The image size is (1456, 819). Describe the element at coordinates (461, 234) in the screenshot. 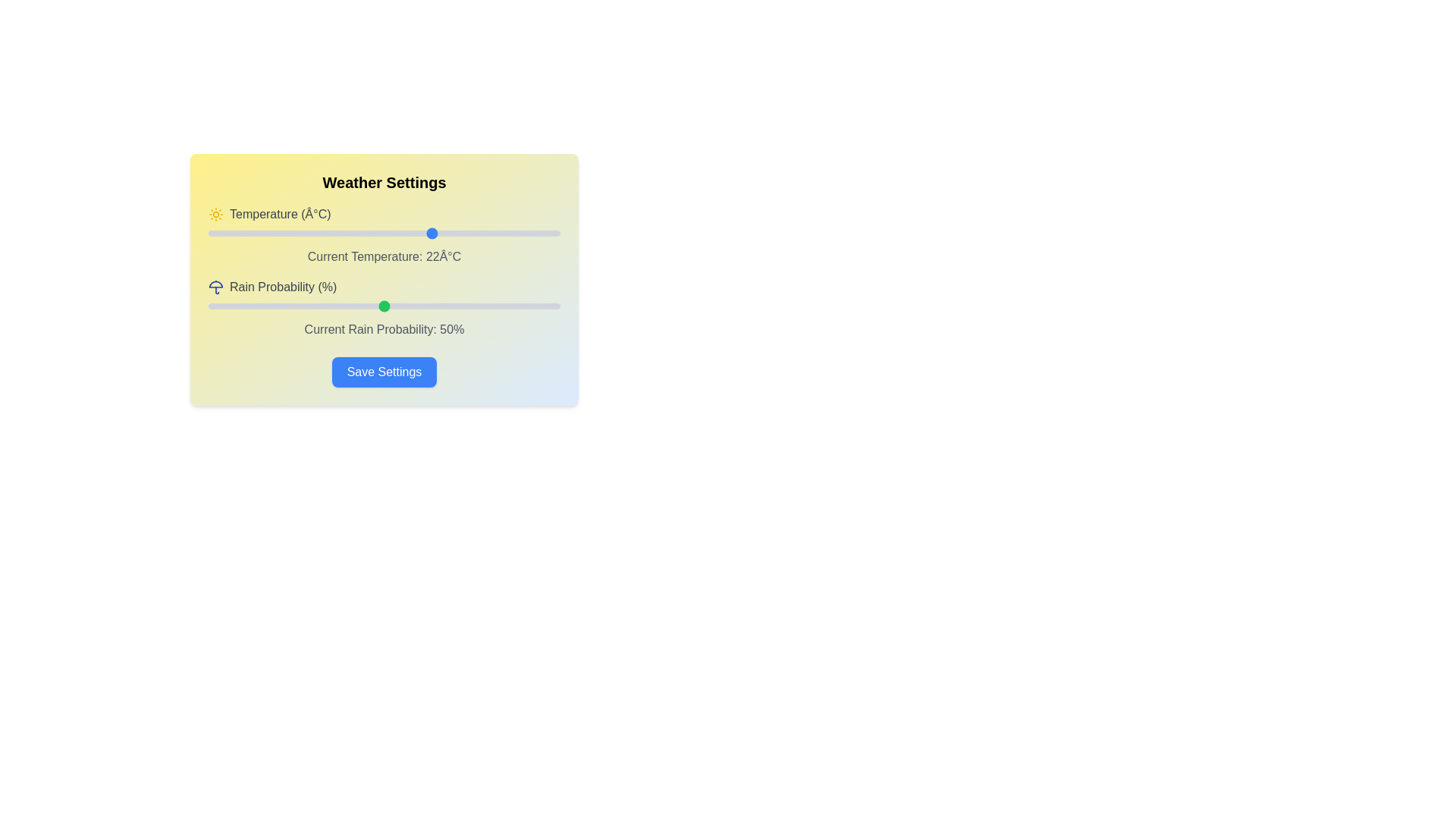

I see `the temperature slider to 26 degrees Celsius` at that location.